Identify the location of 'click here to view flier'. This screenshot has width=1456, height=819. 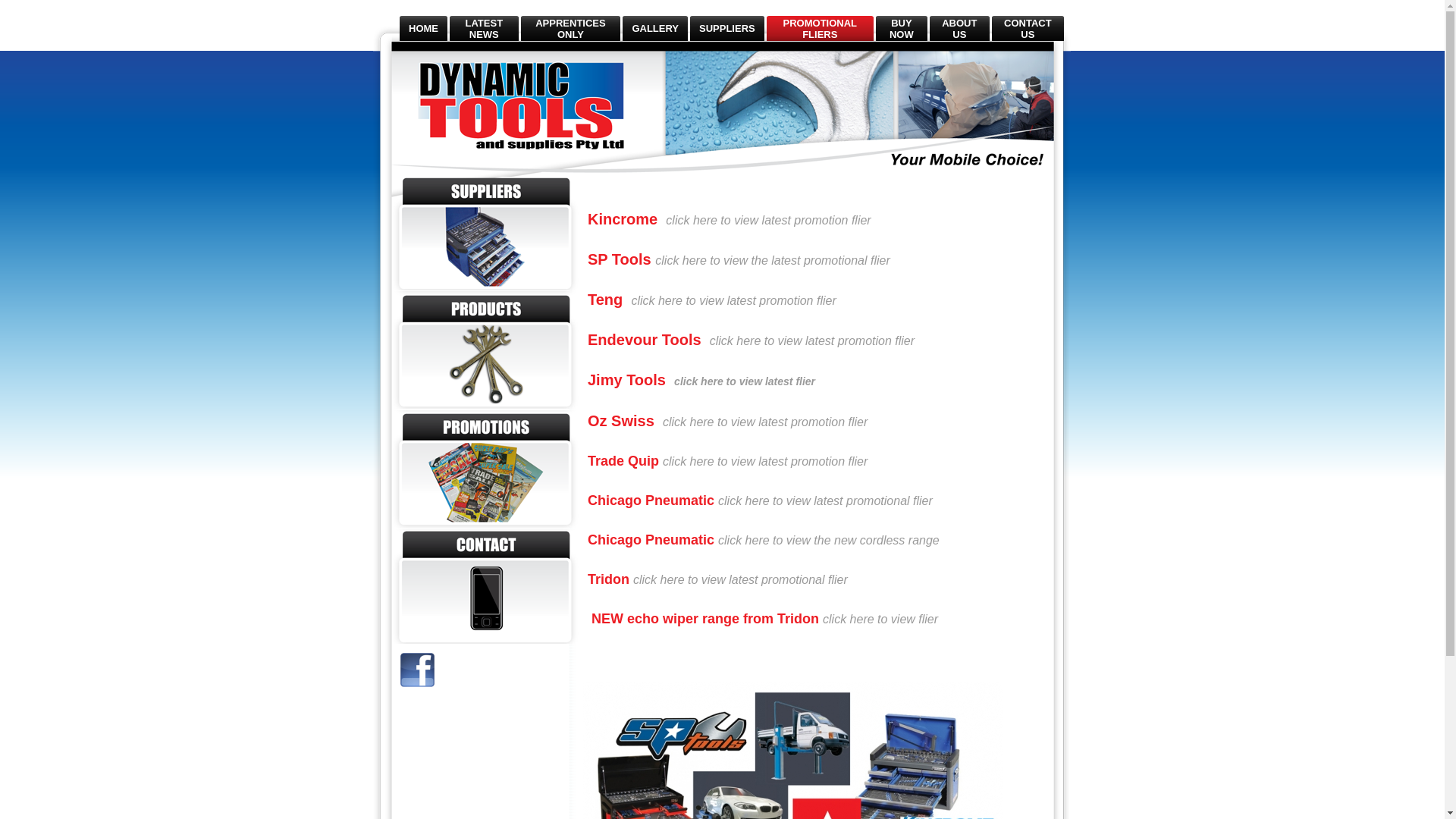
(880, 620).